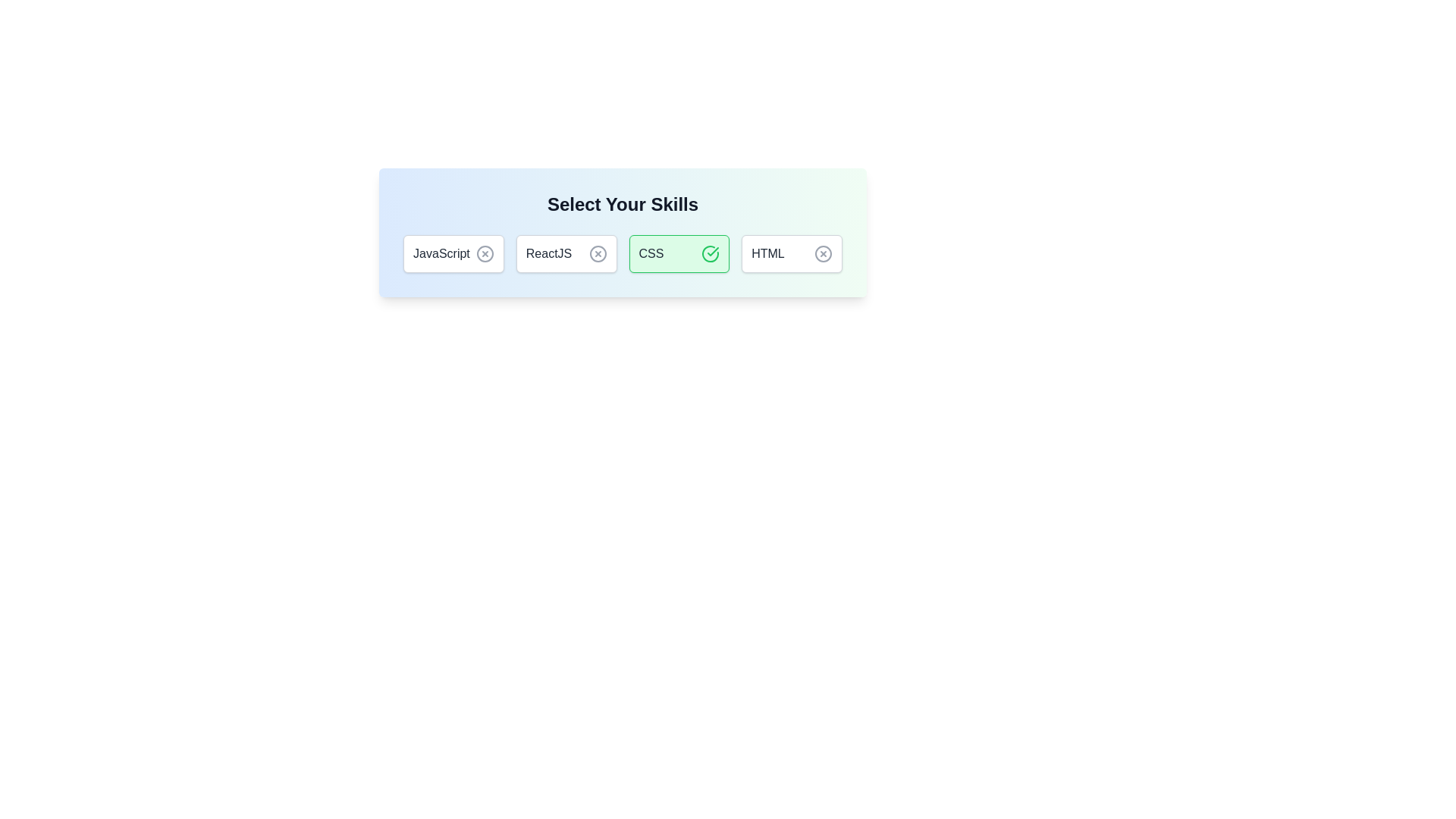 The height and width of the screenshot is (819, 1456). Describe the element at coordinates (453, 253) in the screenshot. I see `the button corresponding to JavaScript to toggle its selection state` at that location.